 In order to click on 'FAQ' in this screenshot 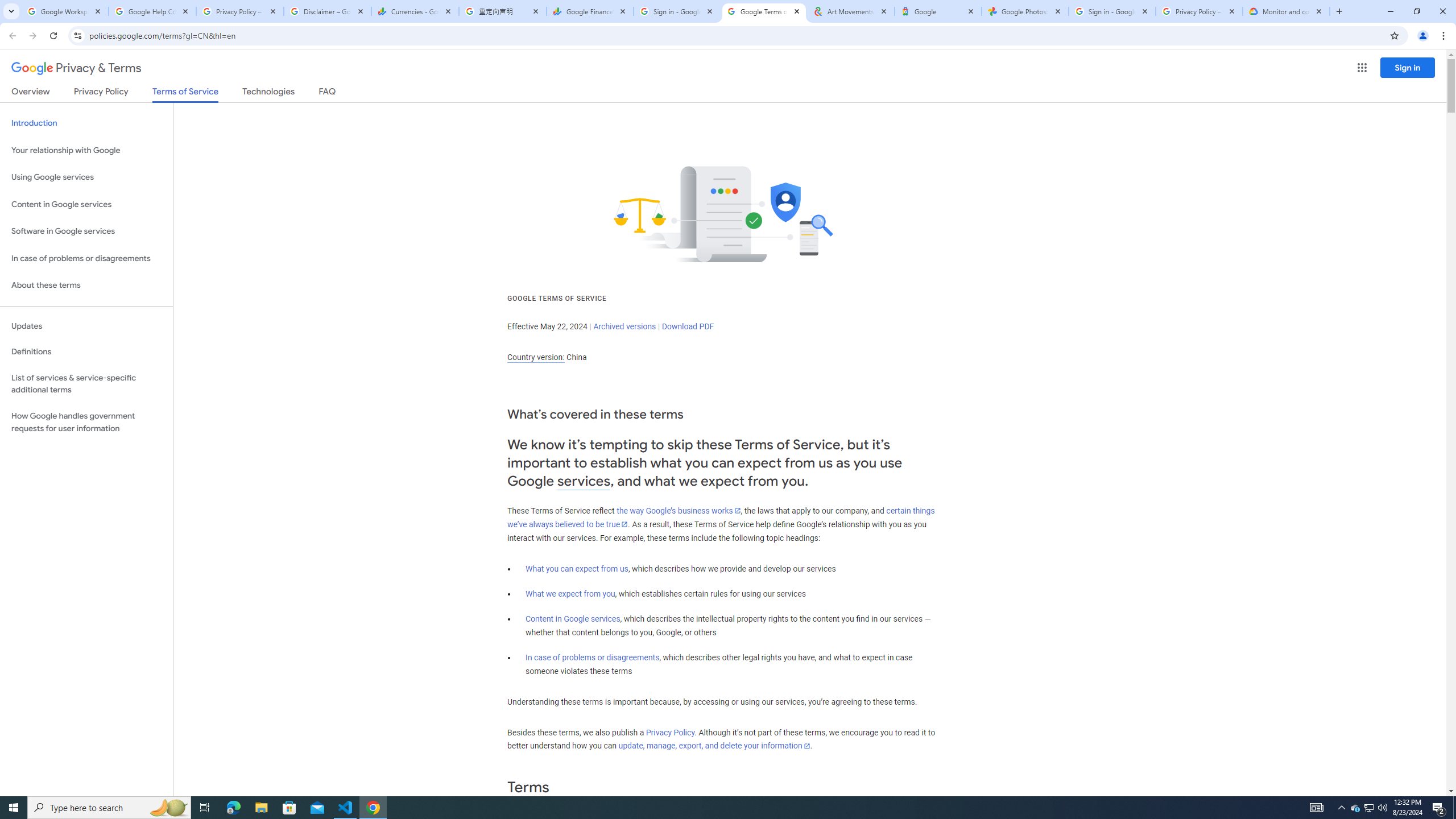, I will do `click(327, 93)`.